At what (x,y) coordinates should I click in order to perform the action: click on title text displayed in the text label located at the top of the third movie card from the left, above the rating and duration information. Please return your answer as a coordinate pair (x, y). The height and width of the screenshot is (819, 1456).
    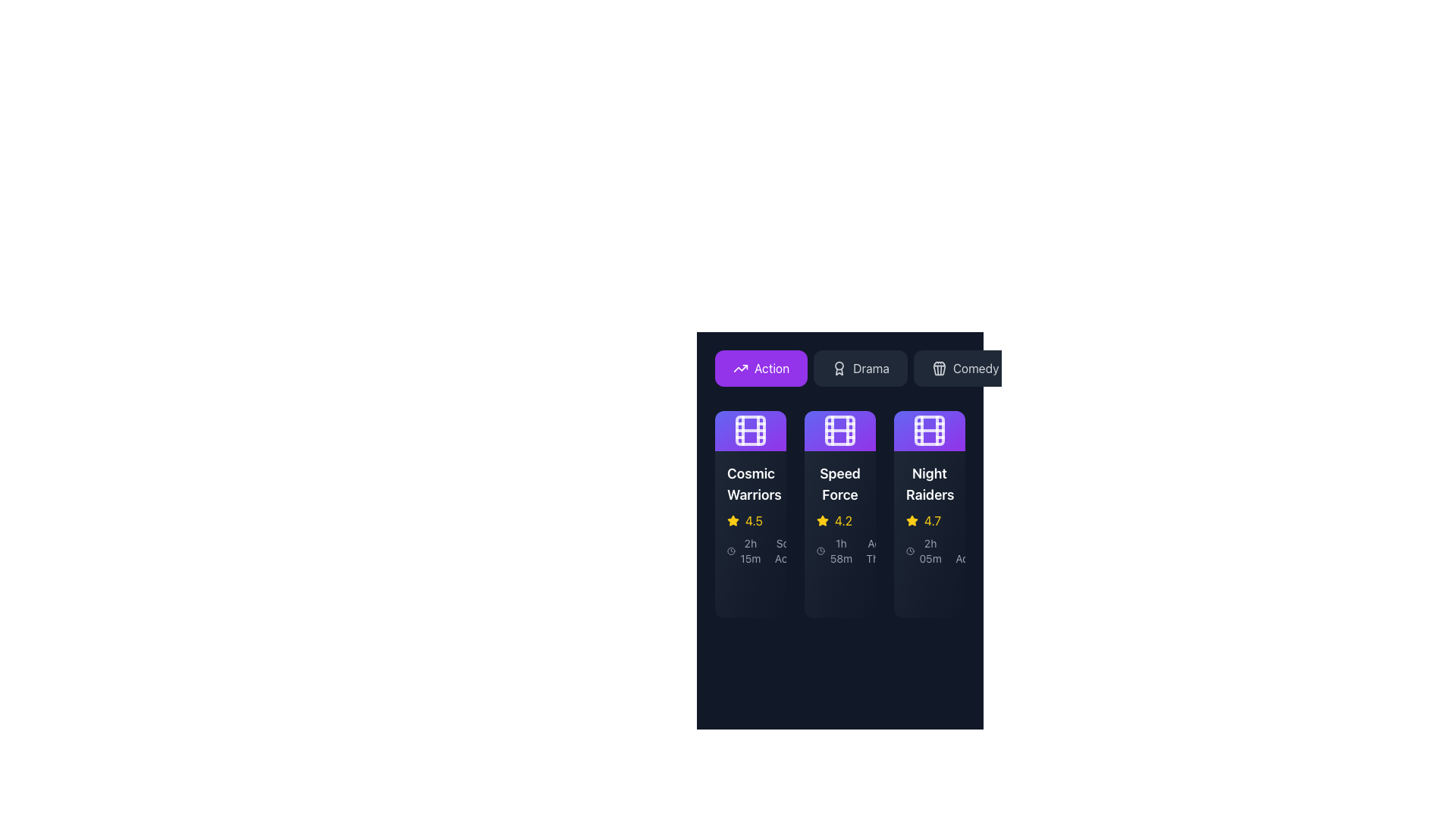
    Looking at the image, I should click on (928, 483).